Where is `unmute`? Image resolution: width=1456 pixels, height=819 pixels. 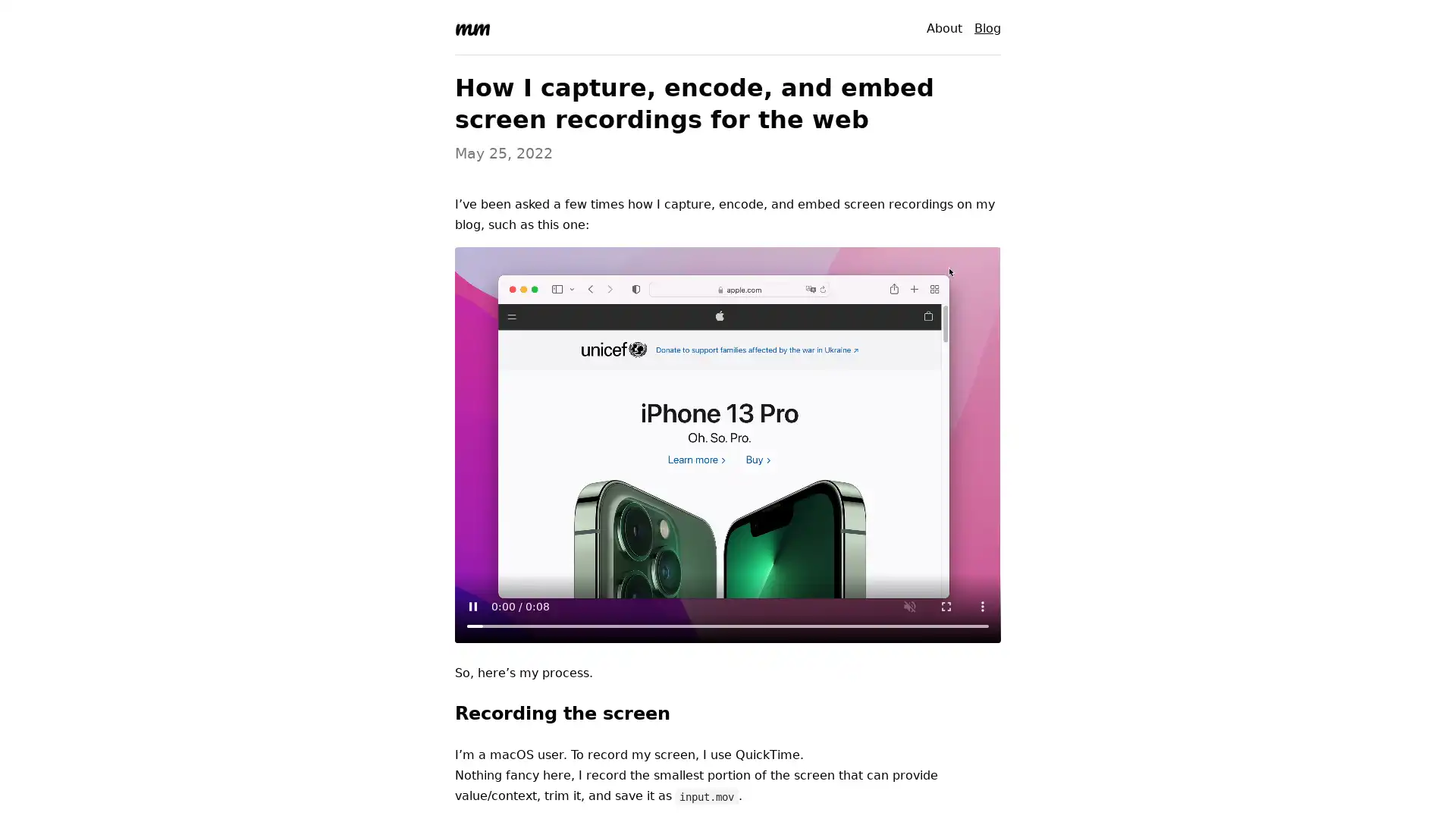 unmute is located at coordinates (910, 605).